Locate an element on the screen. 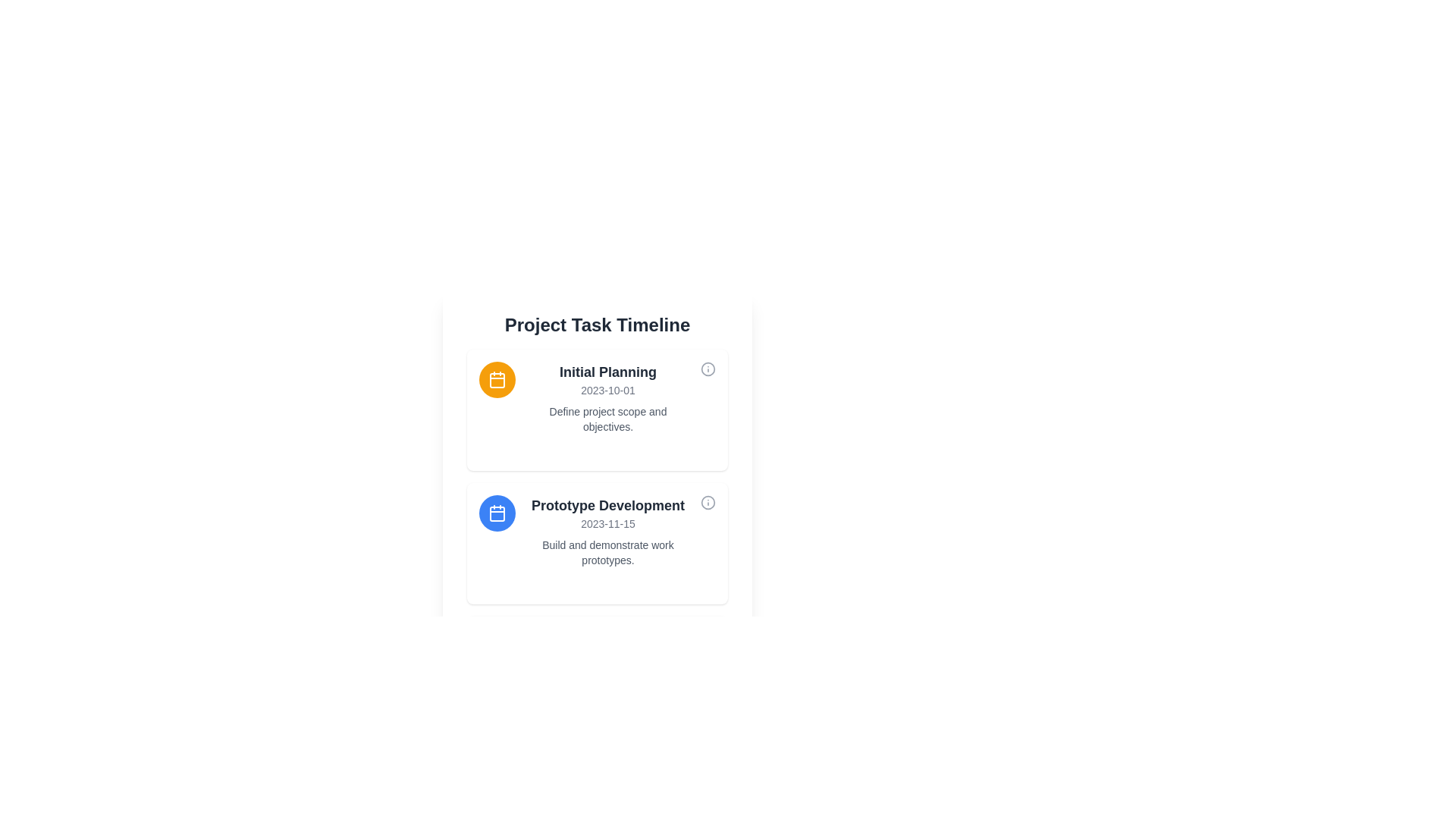  the blue circular icon containing a calendar symbol located at the start of the 'Prototype Development' entry in the bottom row of the task cards is located at coordinates (497, 513).